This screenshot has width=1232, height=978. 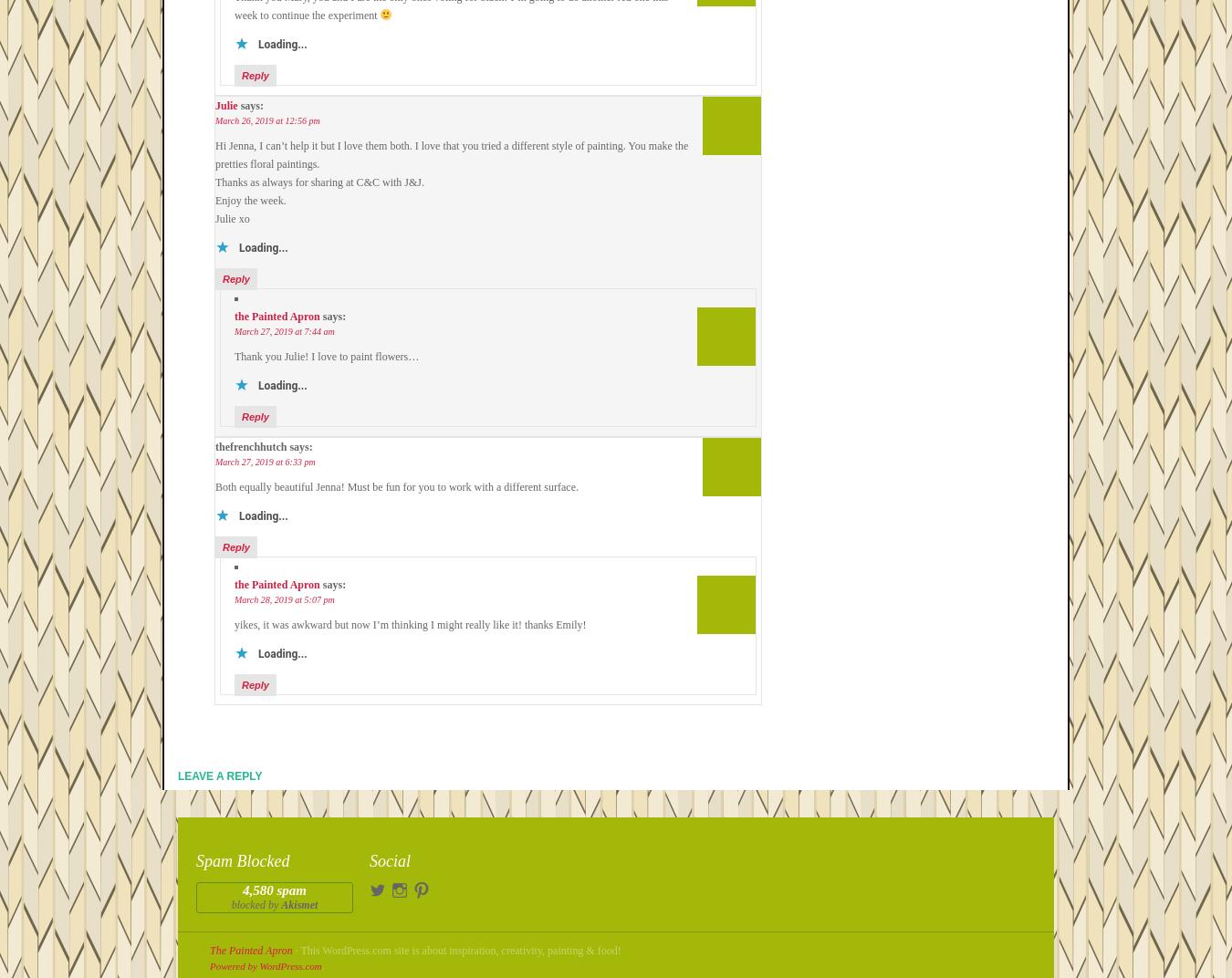 I want to click on 'March 27, 2019 at 7:44 am', so click(x=283, y=331).